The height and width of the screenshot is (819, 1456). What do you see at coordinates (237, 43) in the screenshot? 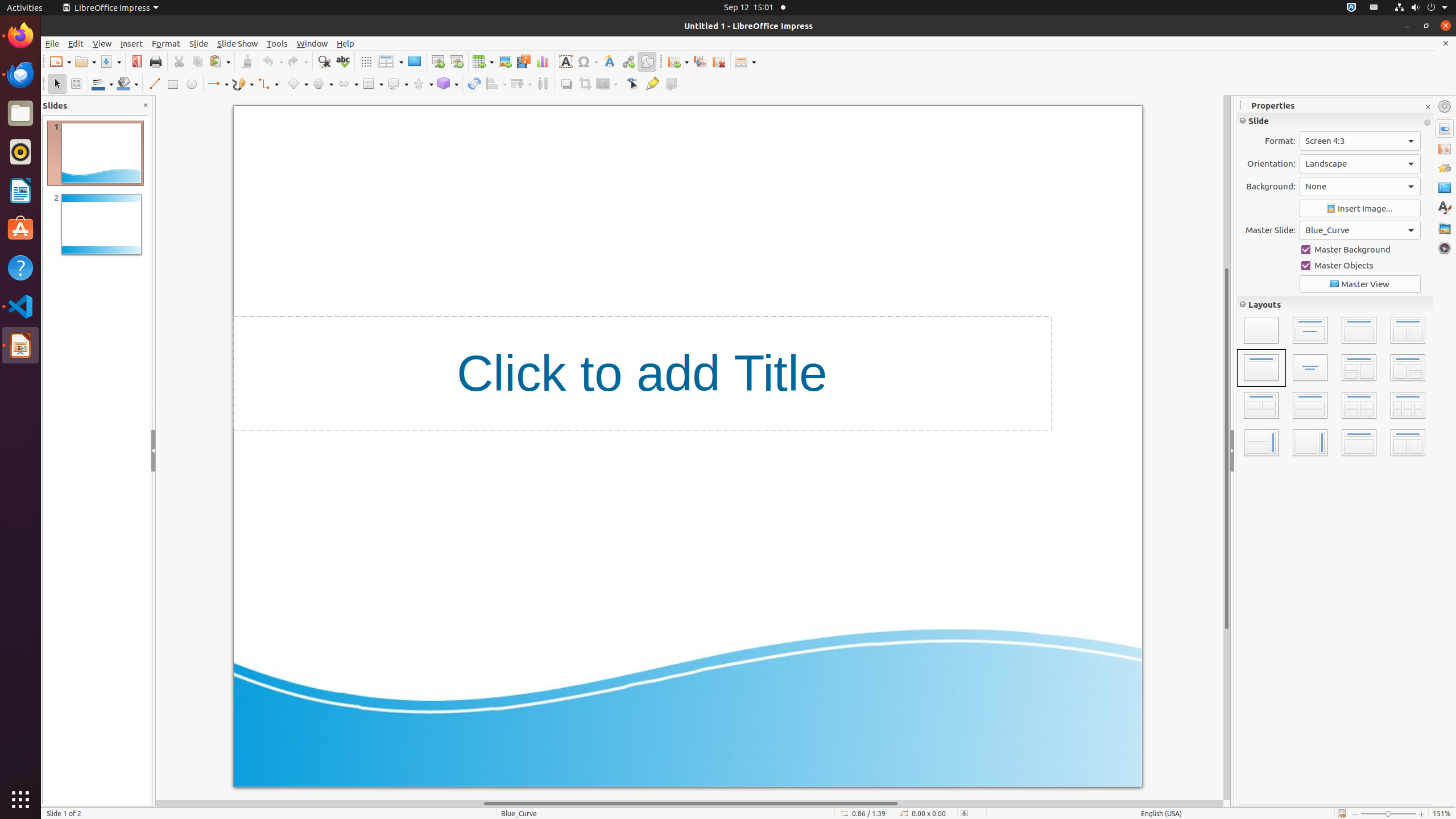
I see `'Slide Show'` at bounding box center [237, 43].